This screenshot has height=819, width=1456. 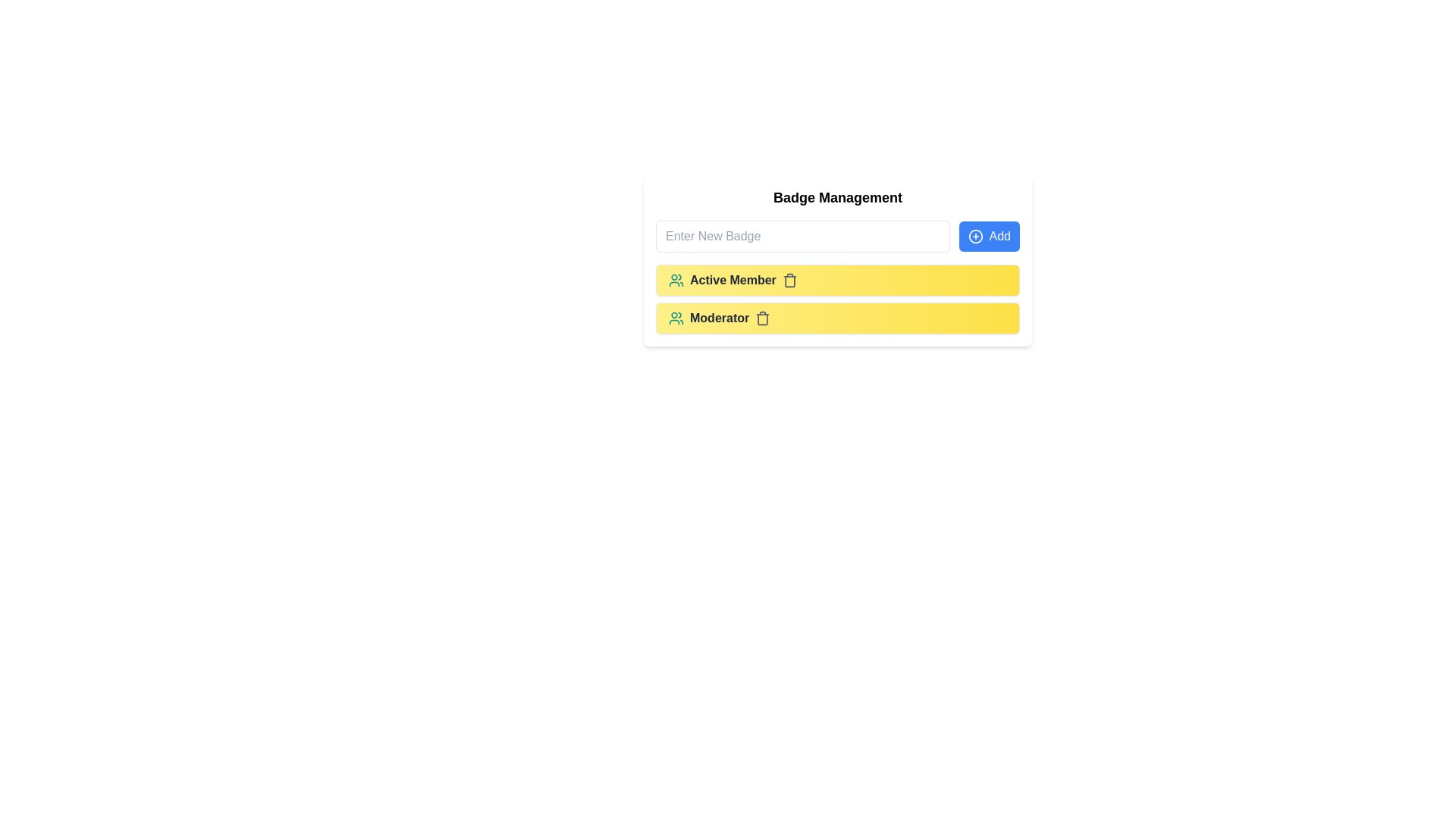 What do you see at coordinates (836, 299) in the screenshot?
I see `the badge list area to focus on the list of badges` at bounding box center [836, 299].